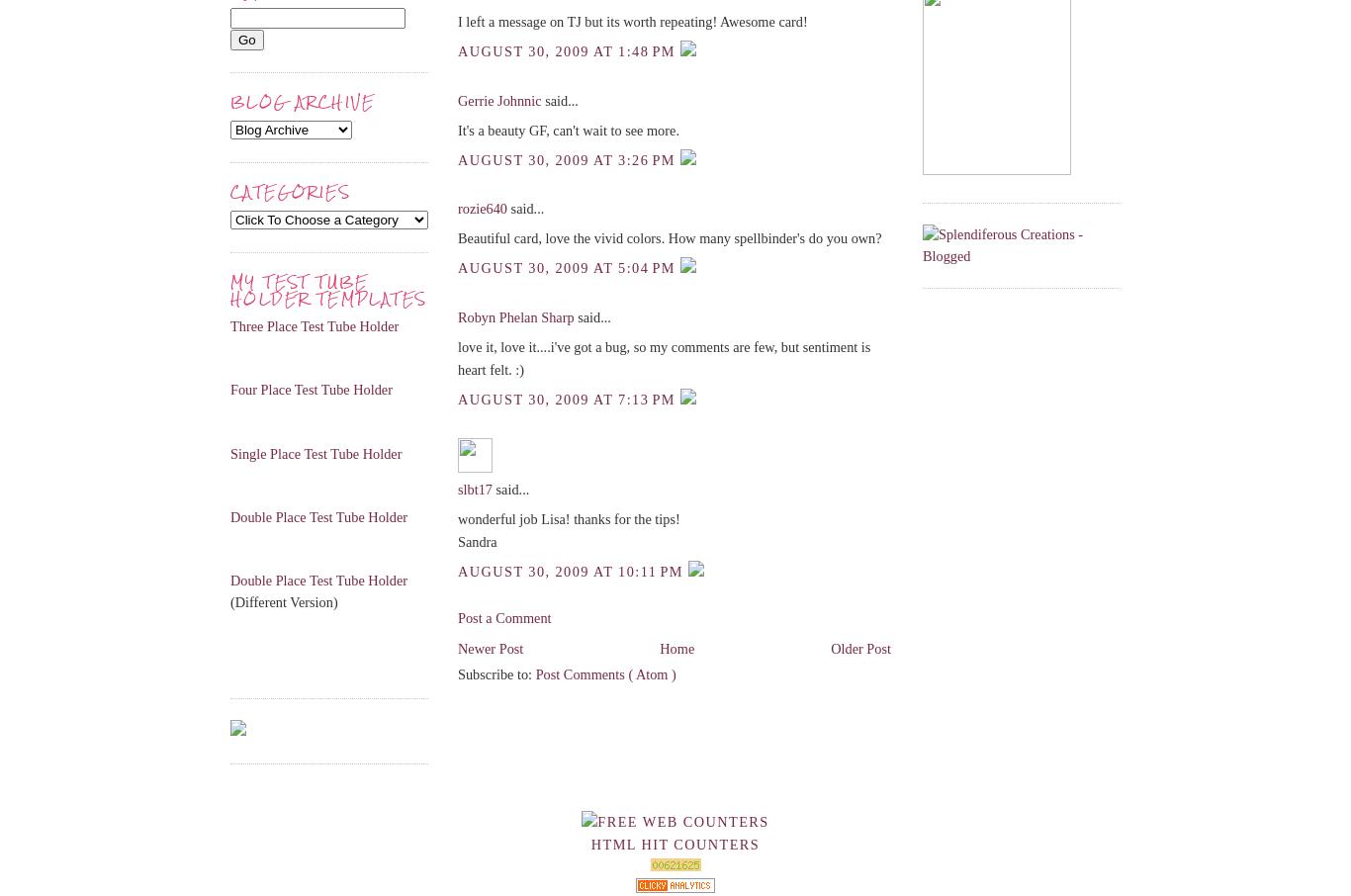 The width and height of the screenshot is (1351, 896). What do you see at coordinates (457, 129) in the screenshot?
I see `'It's a beauty GF, can't wait to see more.'` at bounding box center [457, 129].